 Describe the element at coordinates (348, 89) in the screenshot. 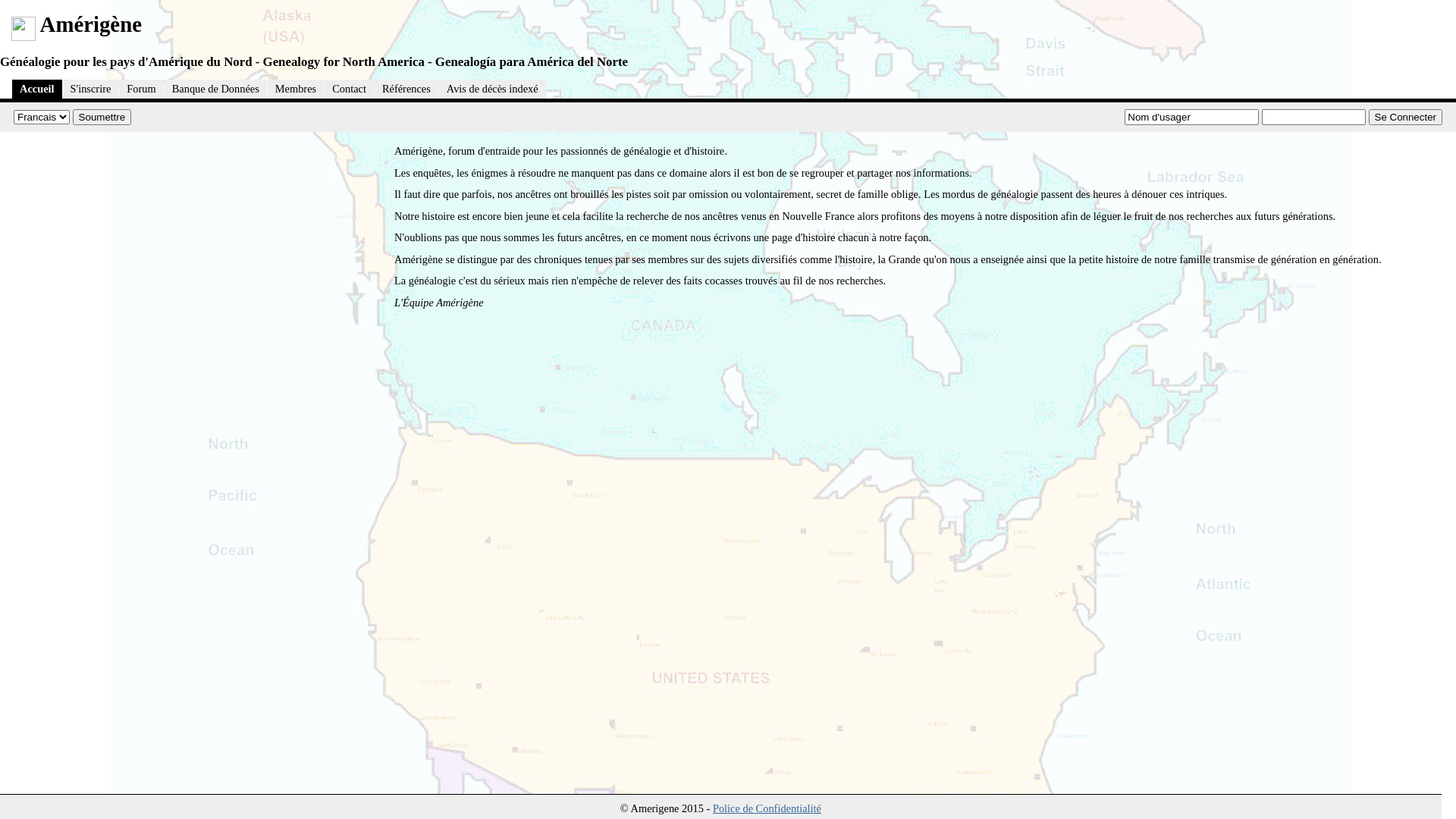

I see `'Contact'` at that location.